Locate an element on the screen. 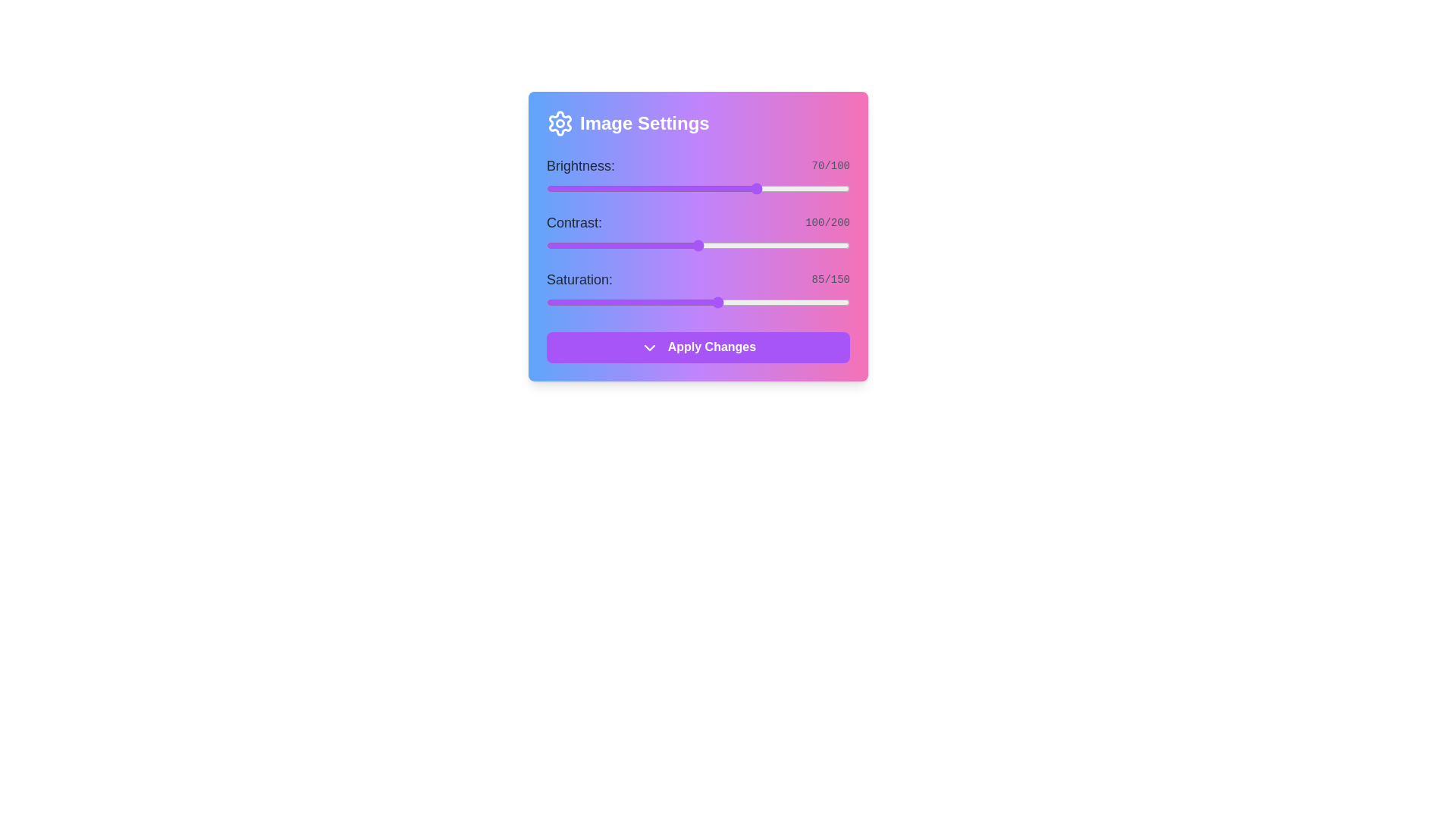 The width and height of the screenshot is (1456, 819). the contrast slider to 103 value is located at coordinates (701, 245).